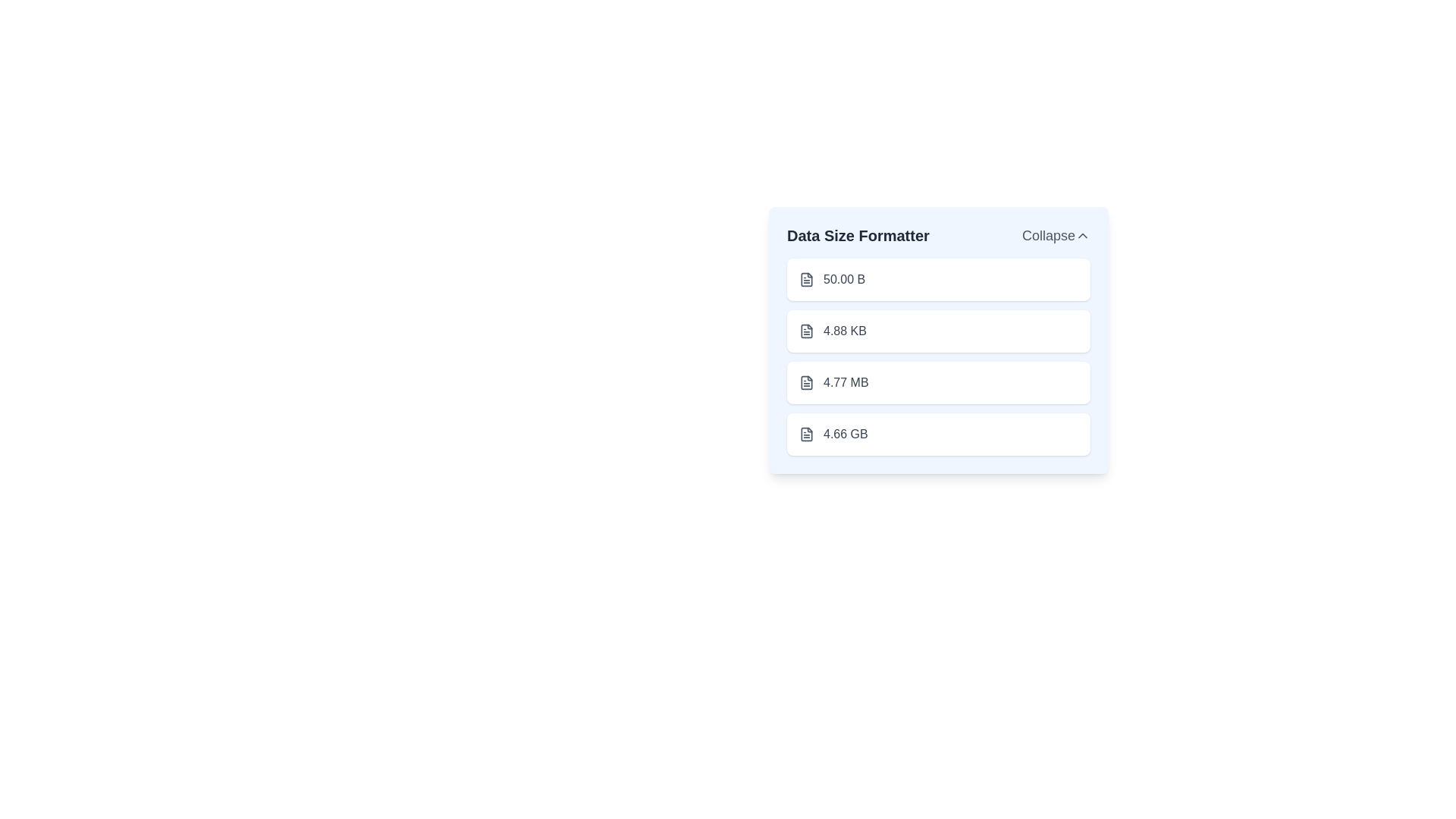 The height and width of the screenshot is (819, 1456). I want to click on the icon representing the third file in the list, located on the right side of the interface, so click(806, 381).